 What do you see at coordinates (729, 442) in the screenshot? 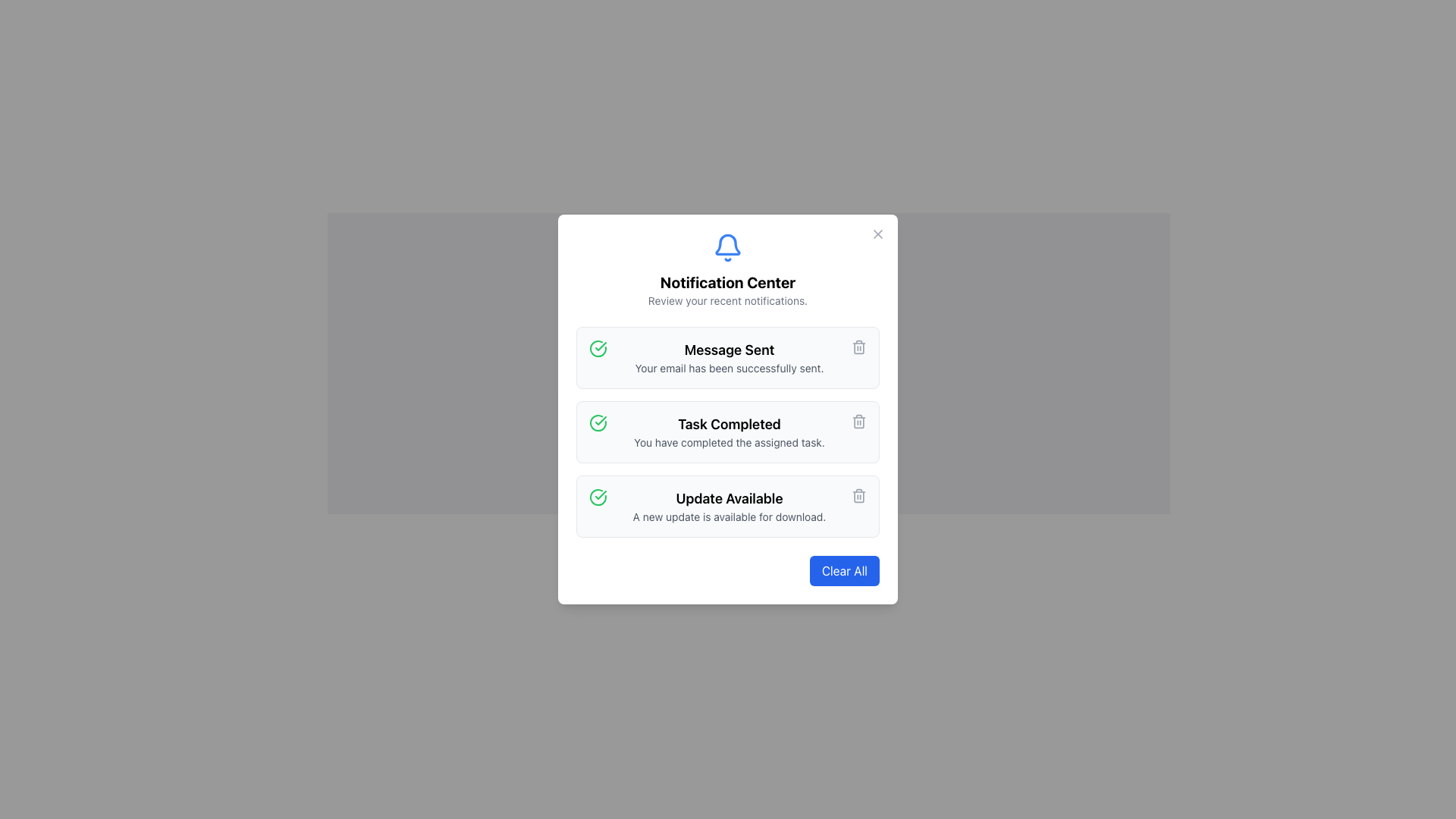
I see `the text label located directly below the 'Task Completed' heading in the 'Notification Center' modal` at bounding box center [729, 442].